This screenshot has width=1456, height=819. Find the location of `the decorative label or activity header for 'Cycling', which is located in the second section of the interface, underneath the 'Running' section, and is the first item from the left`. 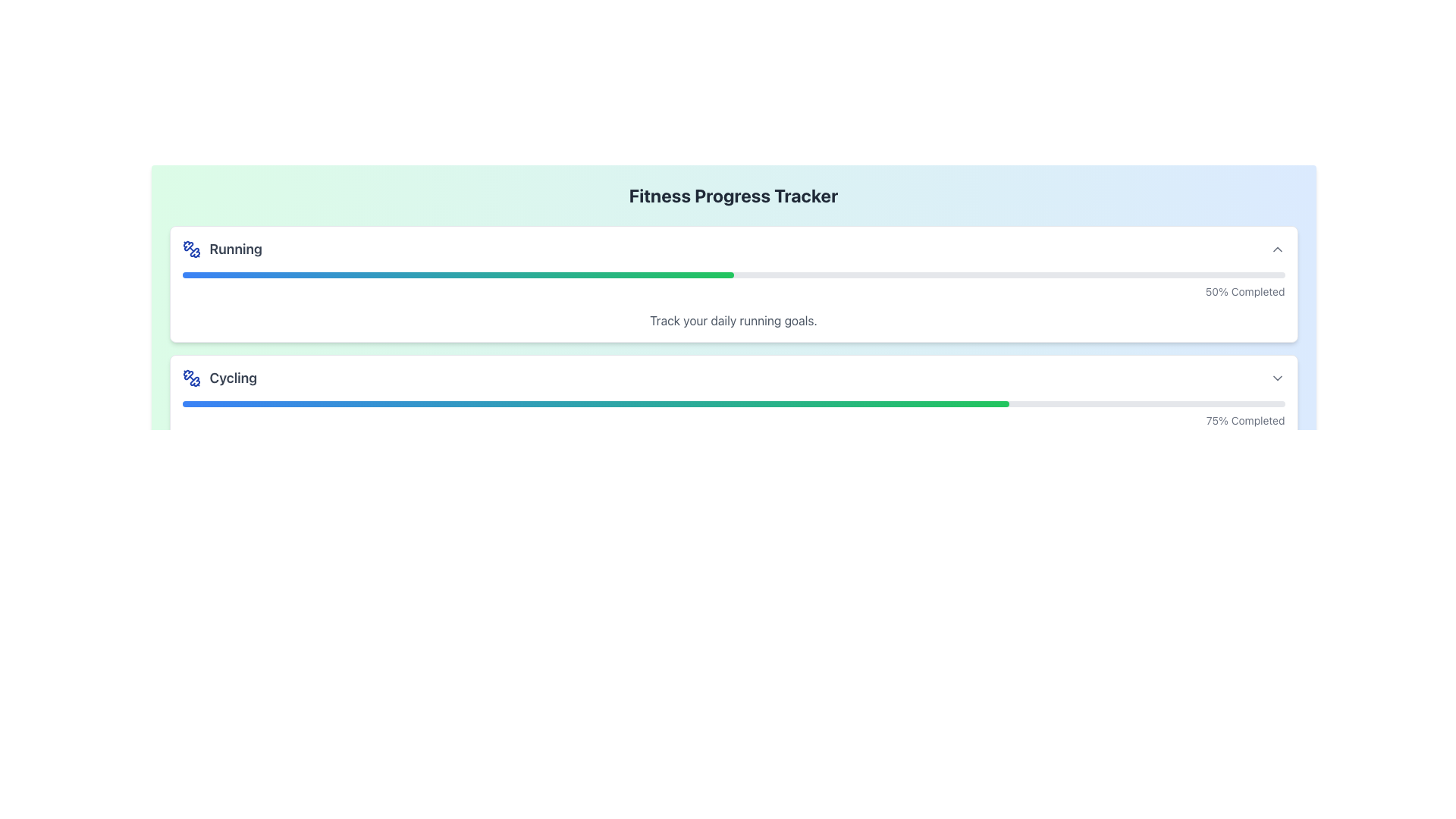

the decorative label or activity header for 'Cycling', which is located in the second section of the interface, underneath the 'Running' section, and is the first item from the left is located at coordinates (218, 377).